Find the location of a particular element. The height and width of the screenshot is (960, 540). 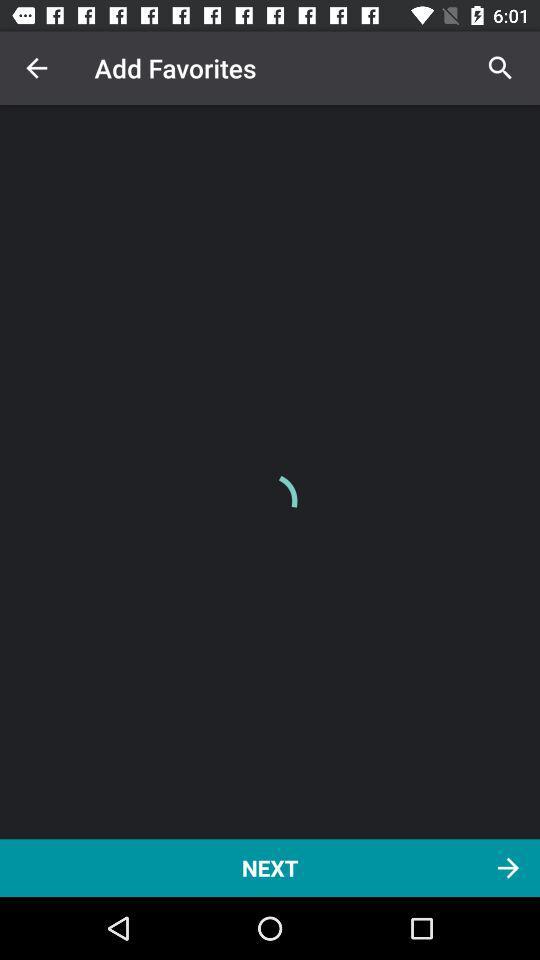

the item above the next is located at coordinates (36, 68).